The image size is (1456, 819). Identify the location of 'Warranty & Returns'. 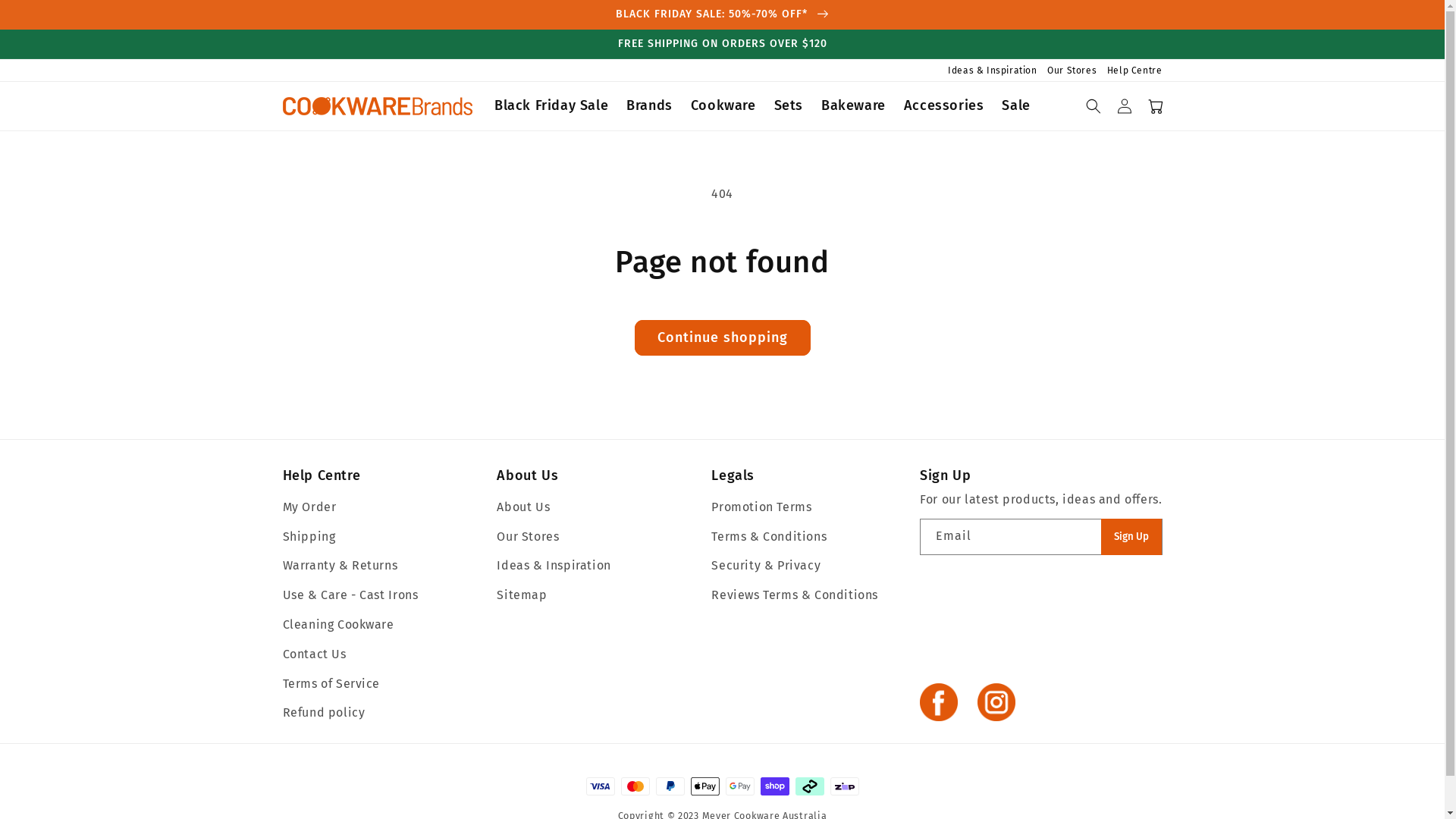
(338, 566).